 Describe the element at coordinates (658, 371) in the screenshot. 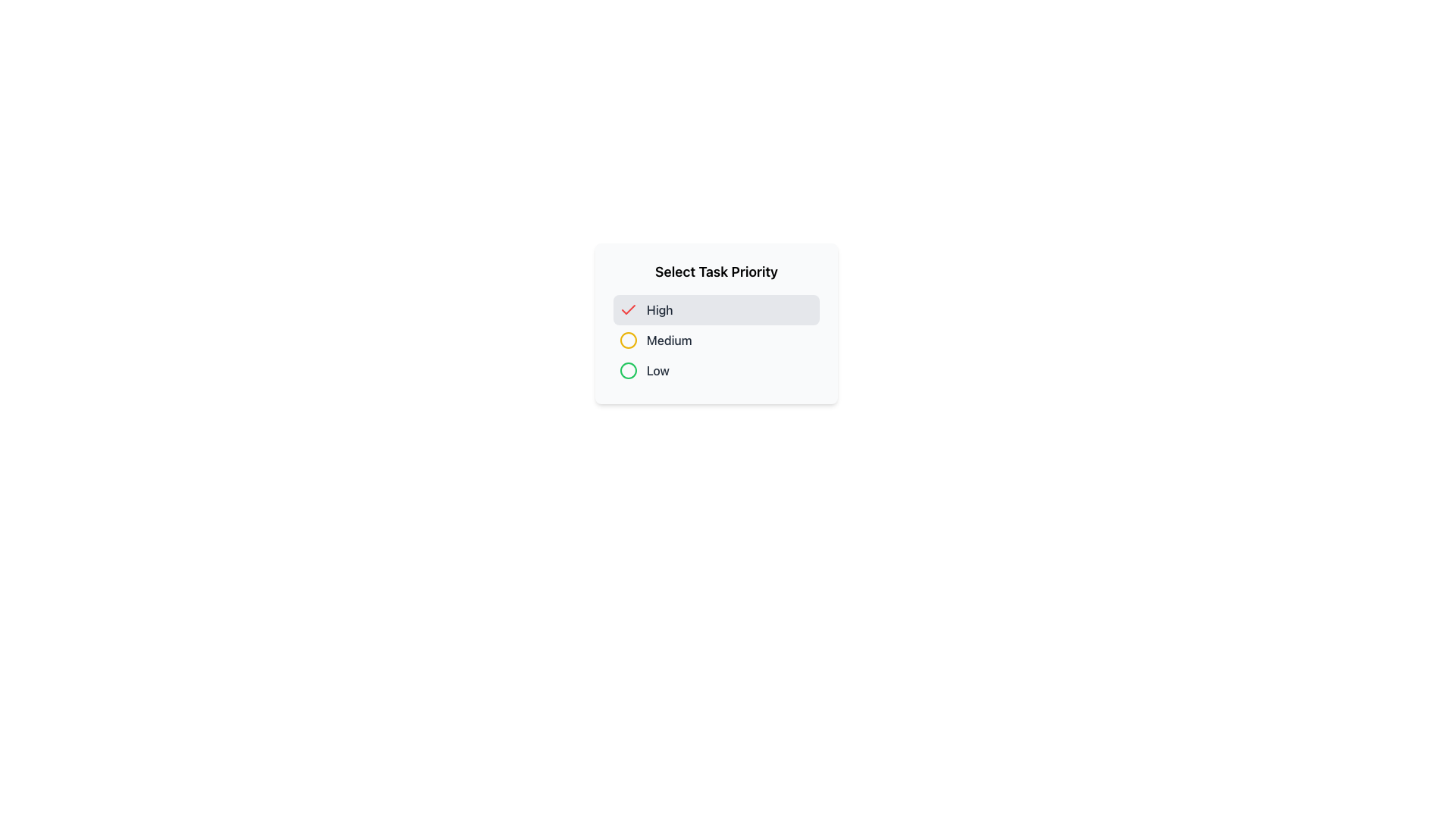

I see `the static text label displaying 'Low' in dark gray, part of the priority selection UI in the 'Select Task Priority' dialog box` at that location.